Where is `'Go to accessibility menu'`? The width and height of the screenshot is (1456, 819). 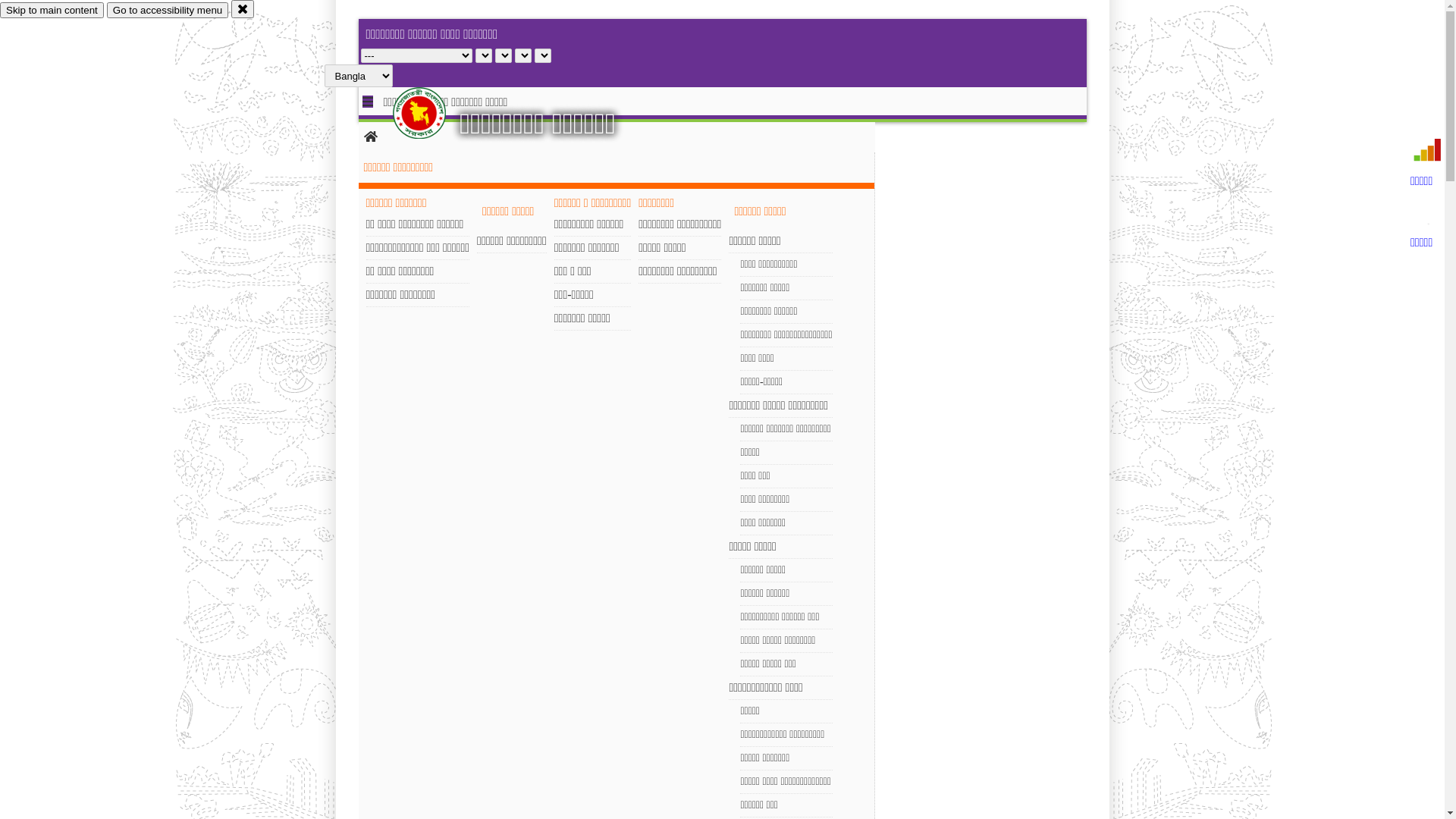 'Go to accessibility menu' is located at coordinates (167, 10).